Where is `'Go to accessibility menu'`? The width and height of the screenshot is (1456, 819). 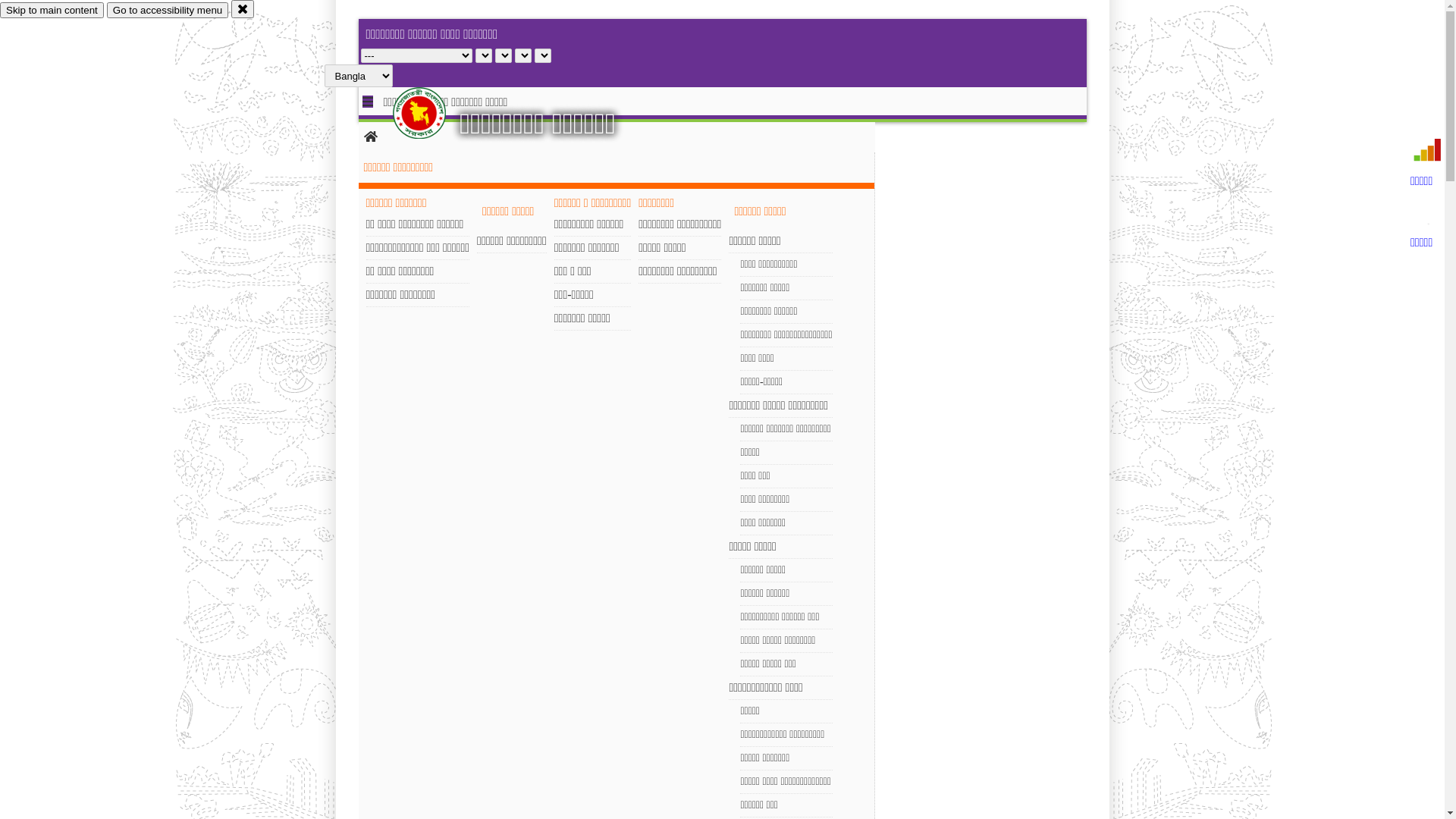 'Go to accessibility menu' is located at coordinates (167, 10).